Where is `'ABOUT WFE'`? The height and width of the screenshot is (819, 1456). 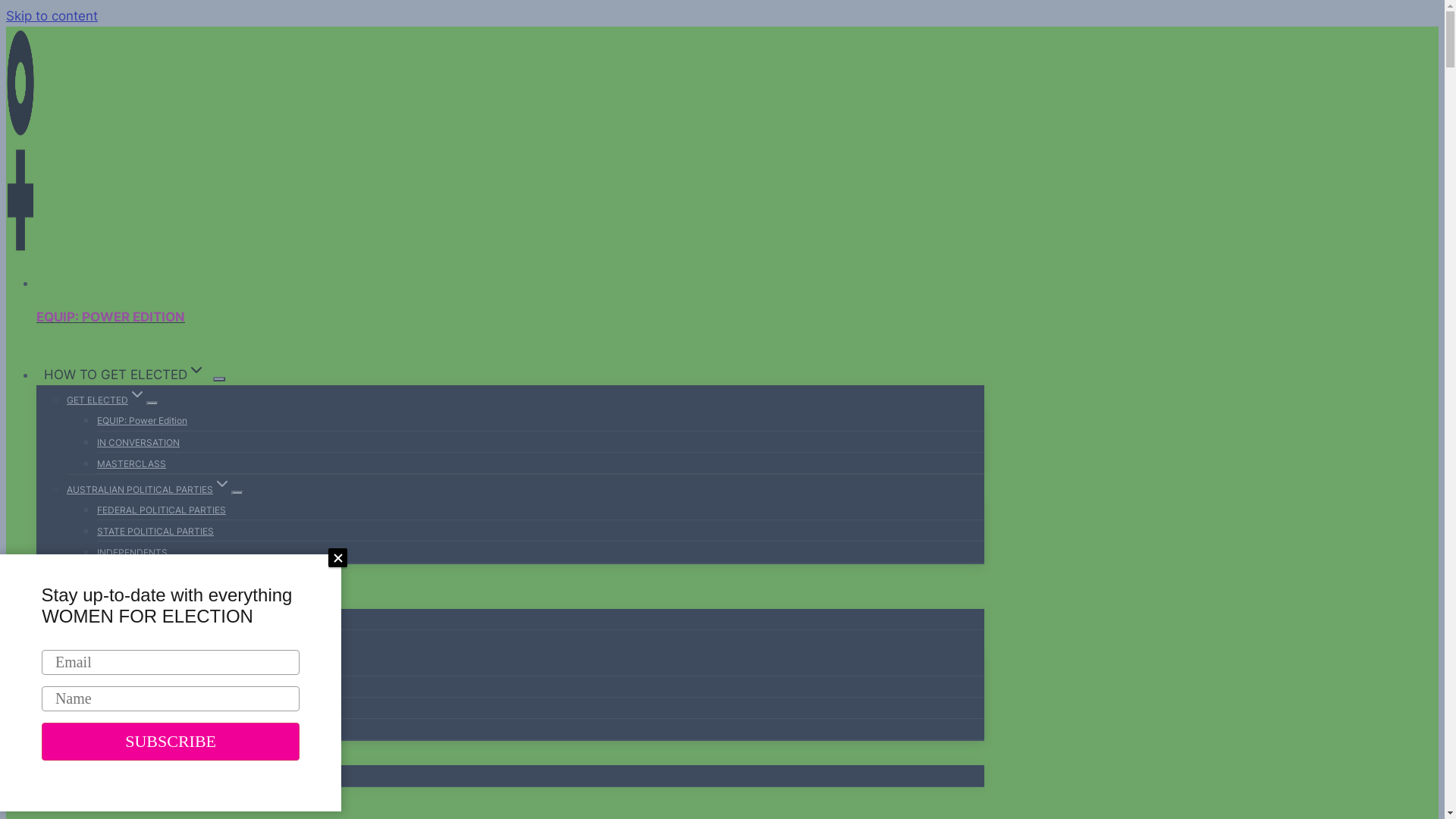
'ABOUT WFE' is located at coordinates (93, 620).